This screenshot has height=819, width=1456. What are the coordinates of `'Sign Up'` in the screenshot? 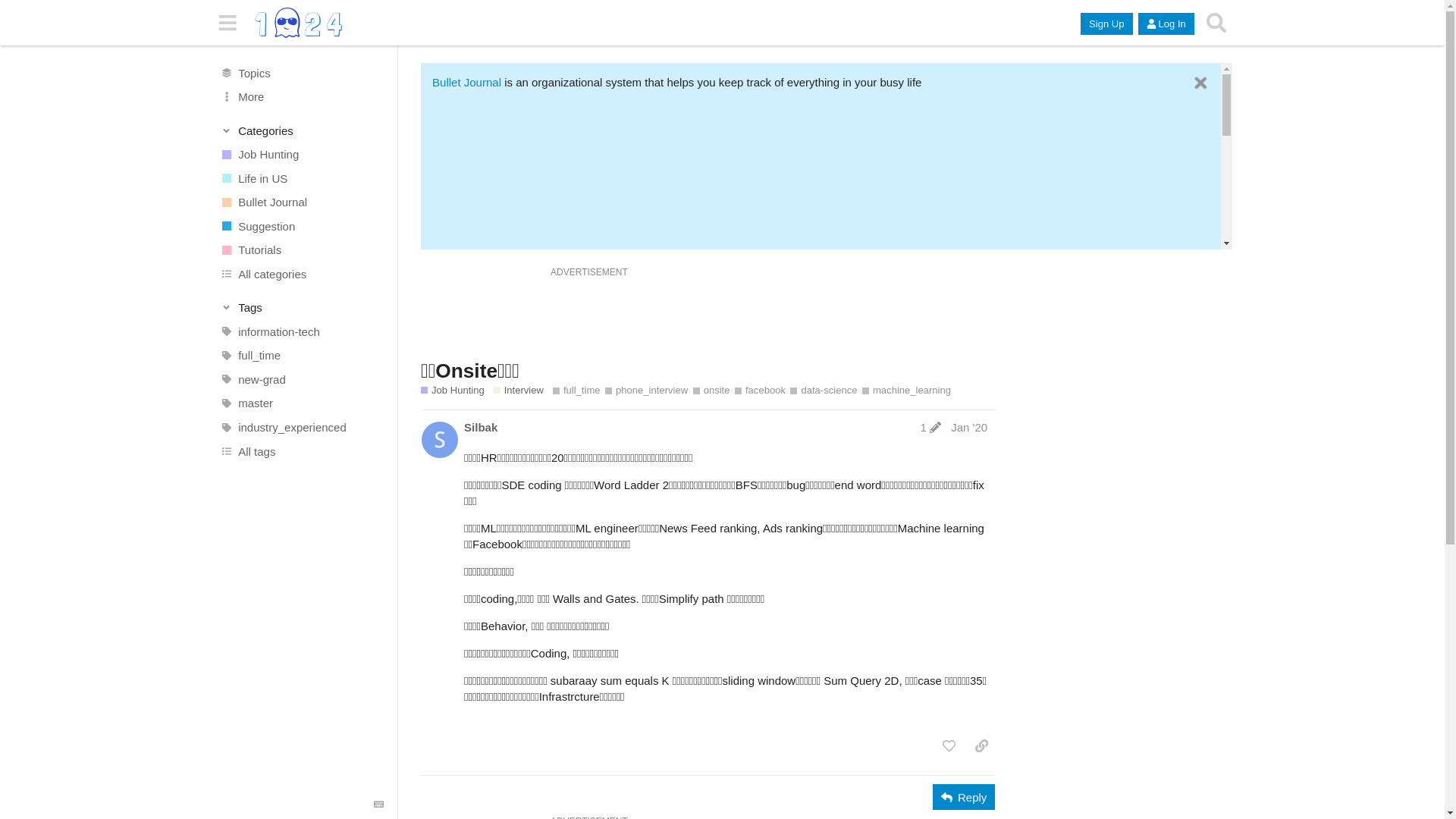 It's located at (1080, 24).